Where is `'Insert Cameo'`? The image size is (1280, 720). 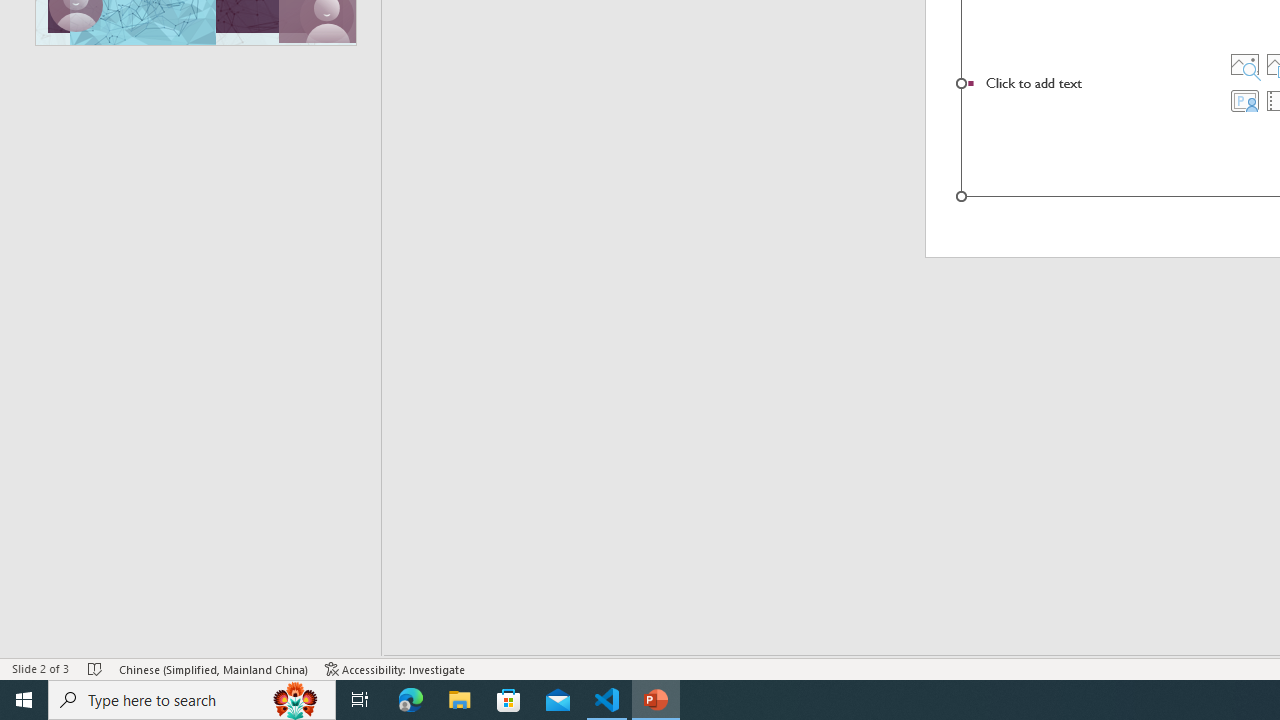 'Insert Cameo' is located at coordinates (1243, 100).